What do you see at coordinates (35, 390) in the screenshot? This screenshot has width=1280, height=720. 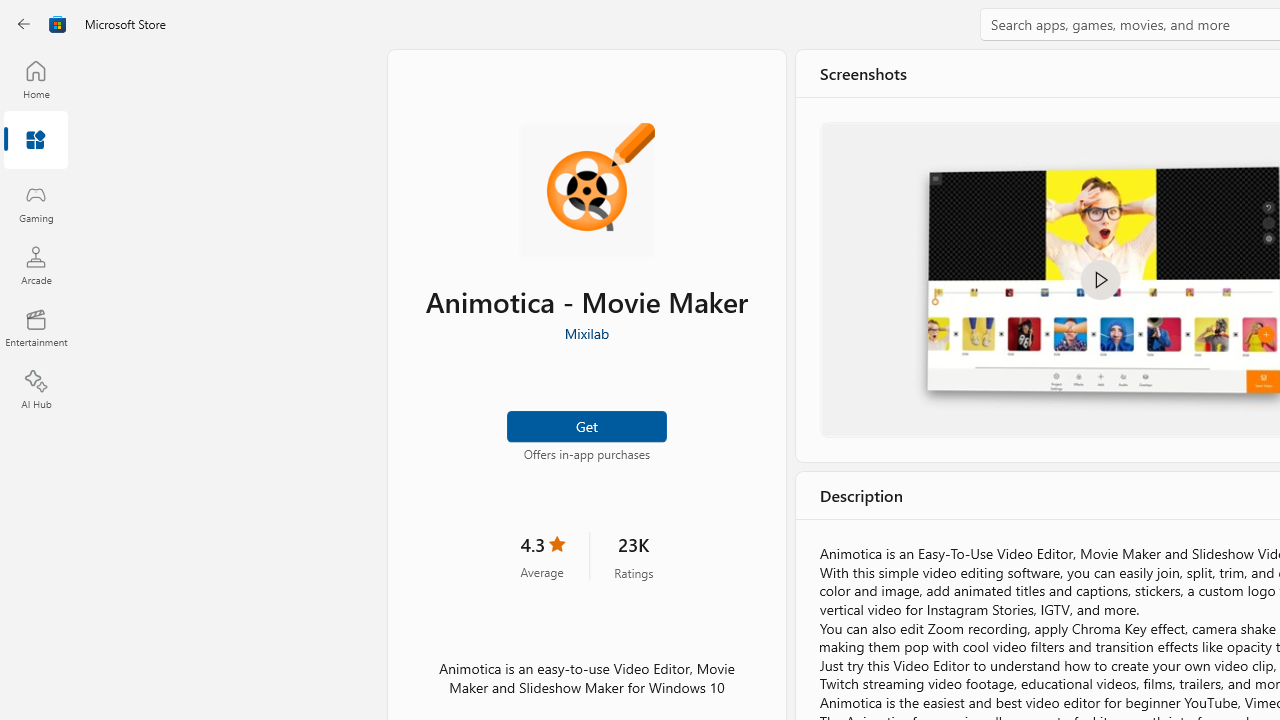 I see `'AI Hub'` at bounding box center [35, 390].